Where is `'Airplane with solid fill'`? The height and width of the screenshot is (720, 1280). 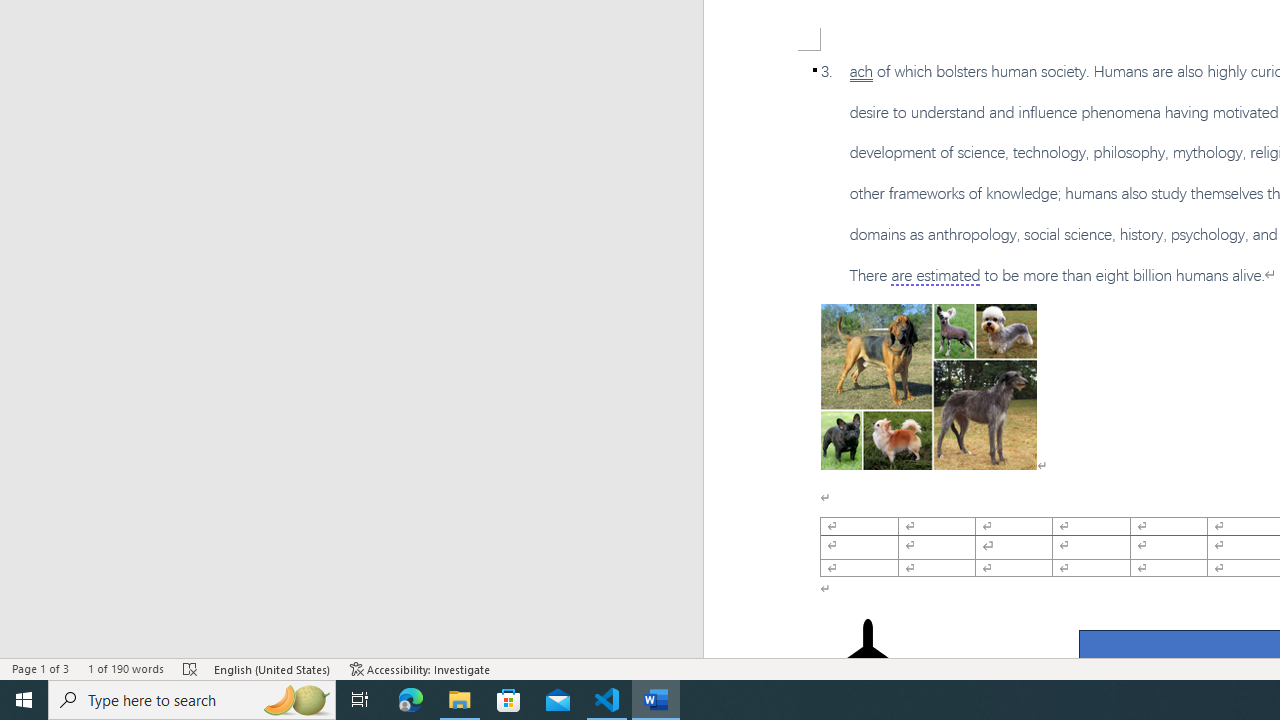
'Airplane with solid fill' is located at coordinates (867, 658).